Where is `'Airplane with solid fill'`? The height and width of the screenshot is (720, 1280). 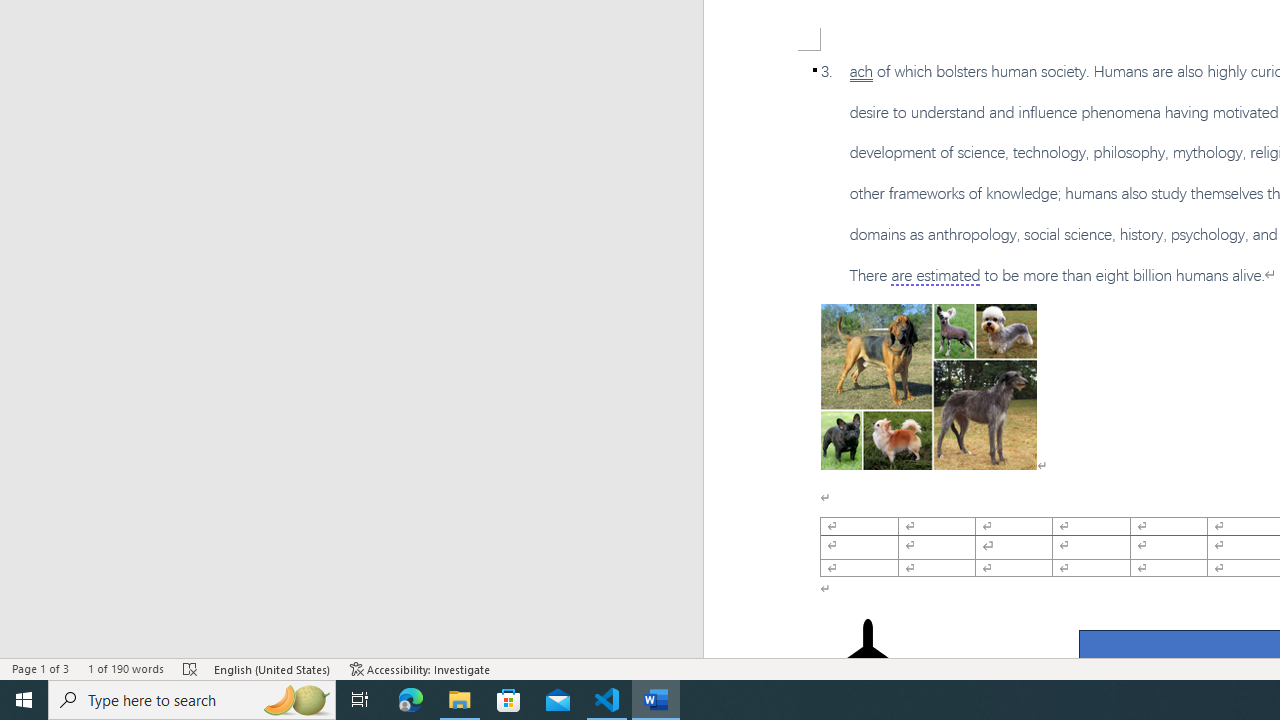
'Airplane with solid fill' is located at coordinates (867, 658).